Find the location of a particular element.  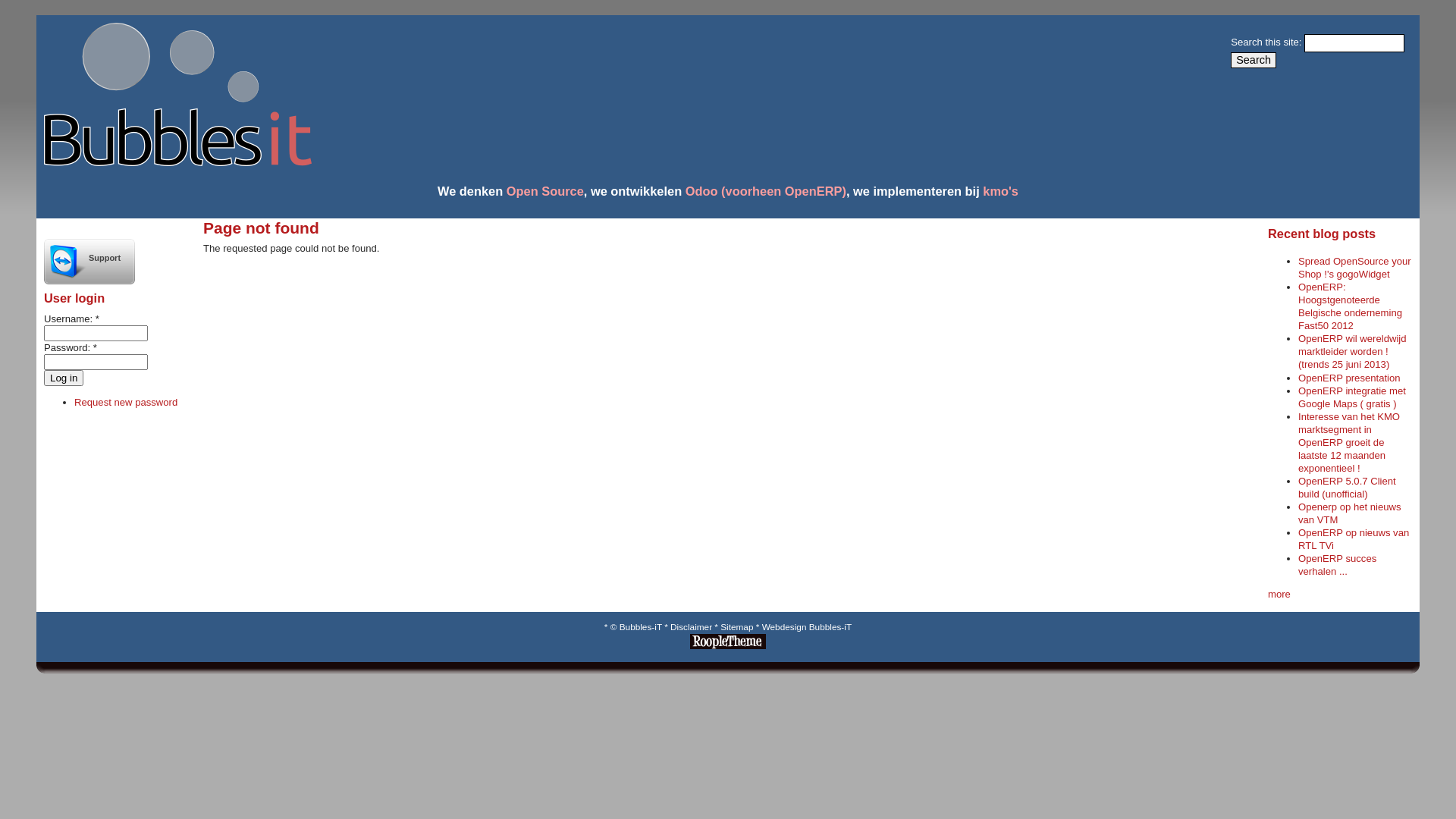

'RoopleTheme!' is located at coordinates (728, 646).